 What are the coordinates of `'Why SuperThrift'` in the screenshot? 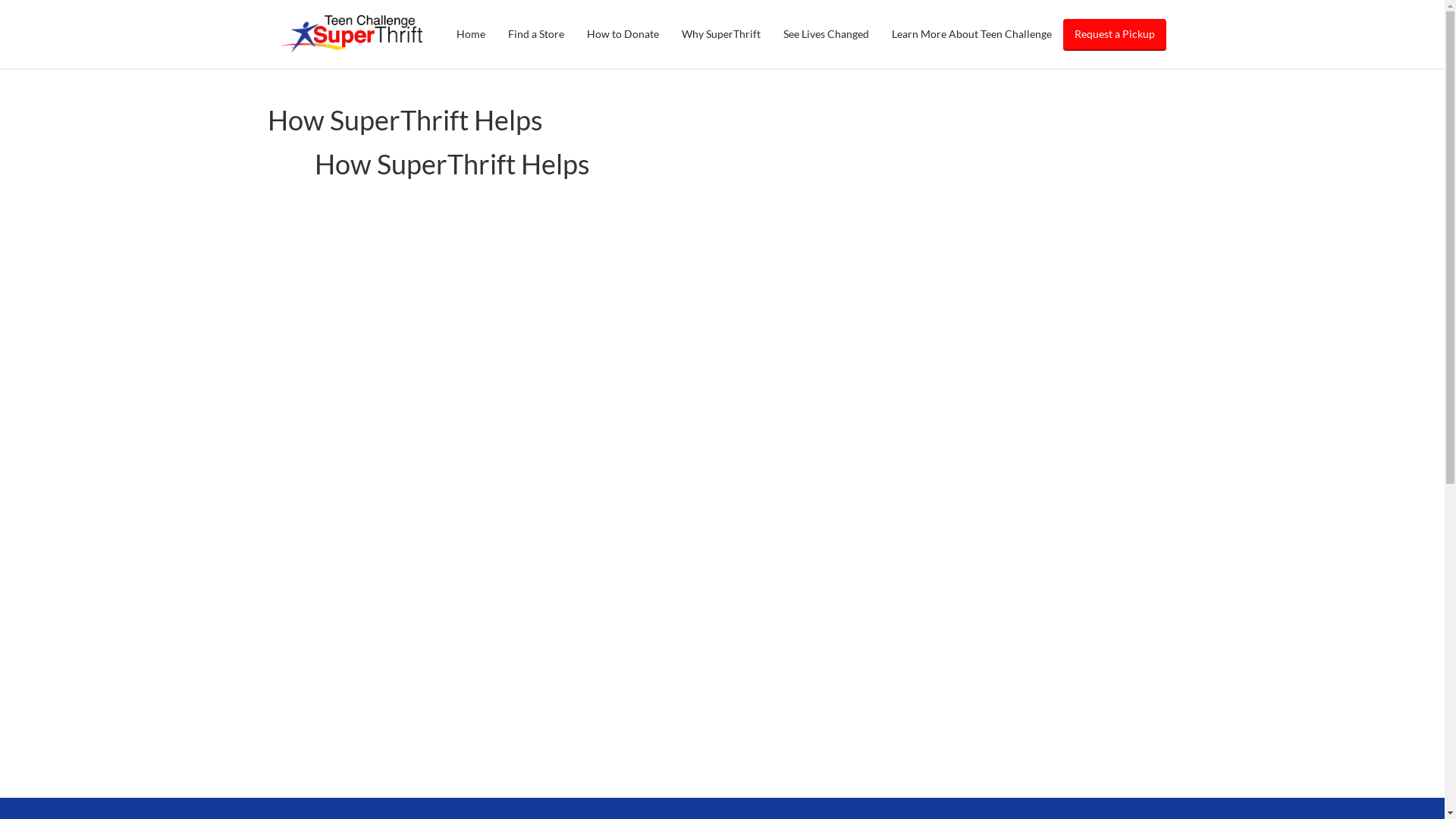 It's located at (720, 34).